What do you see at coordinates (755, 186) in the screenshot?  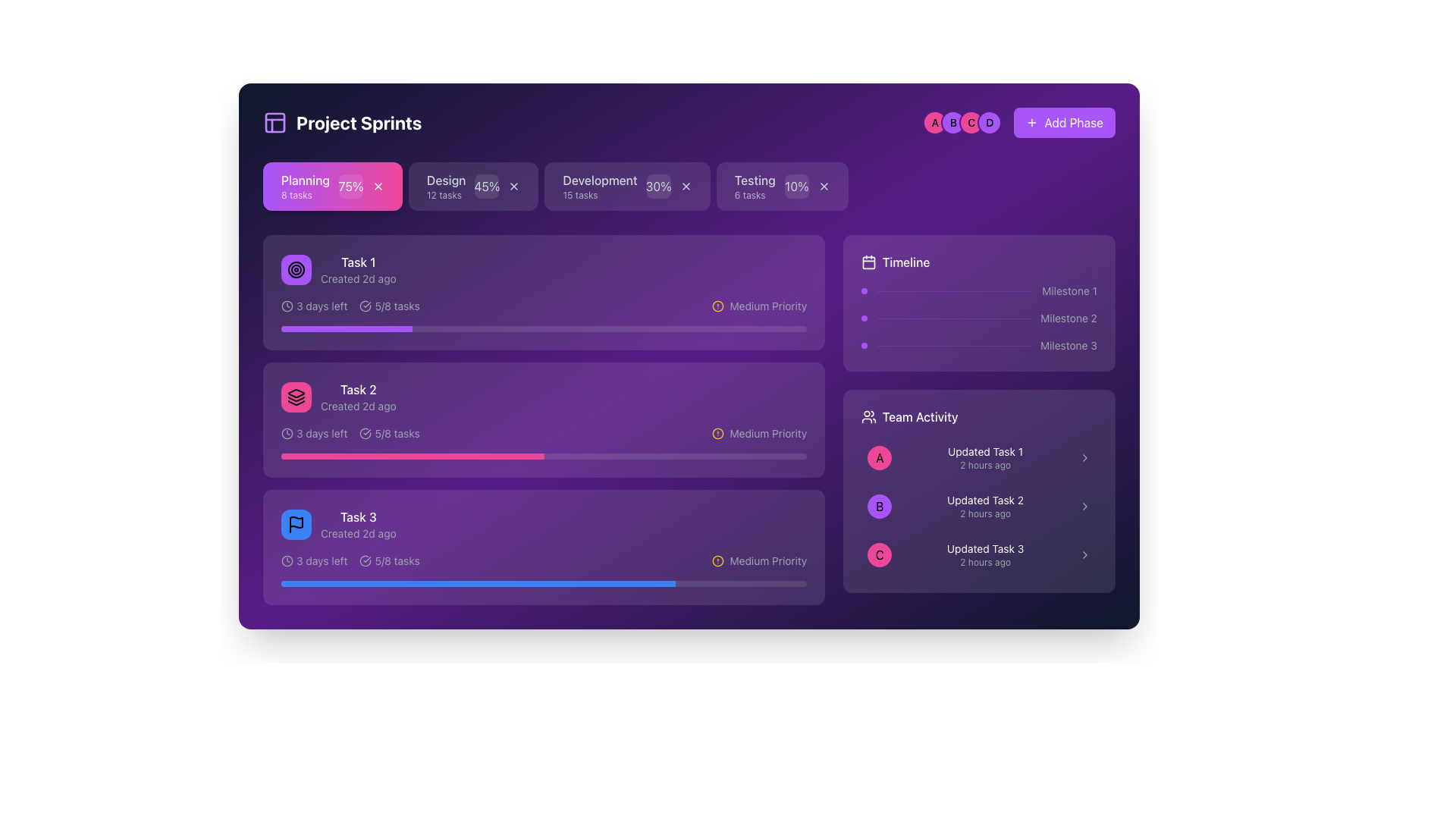 I see `information presented in the label summarizing the tasks associated with the 'Testing' phase of the project, which is located in the upper-right section of the interface, to the right of 'Planning', 'Design', and 'Development'` at bounding box center [755, 186].